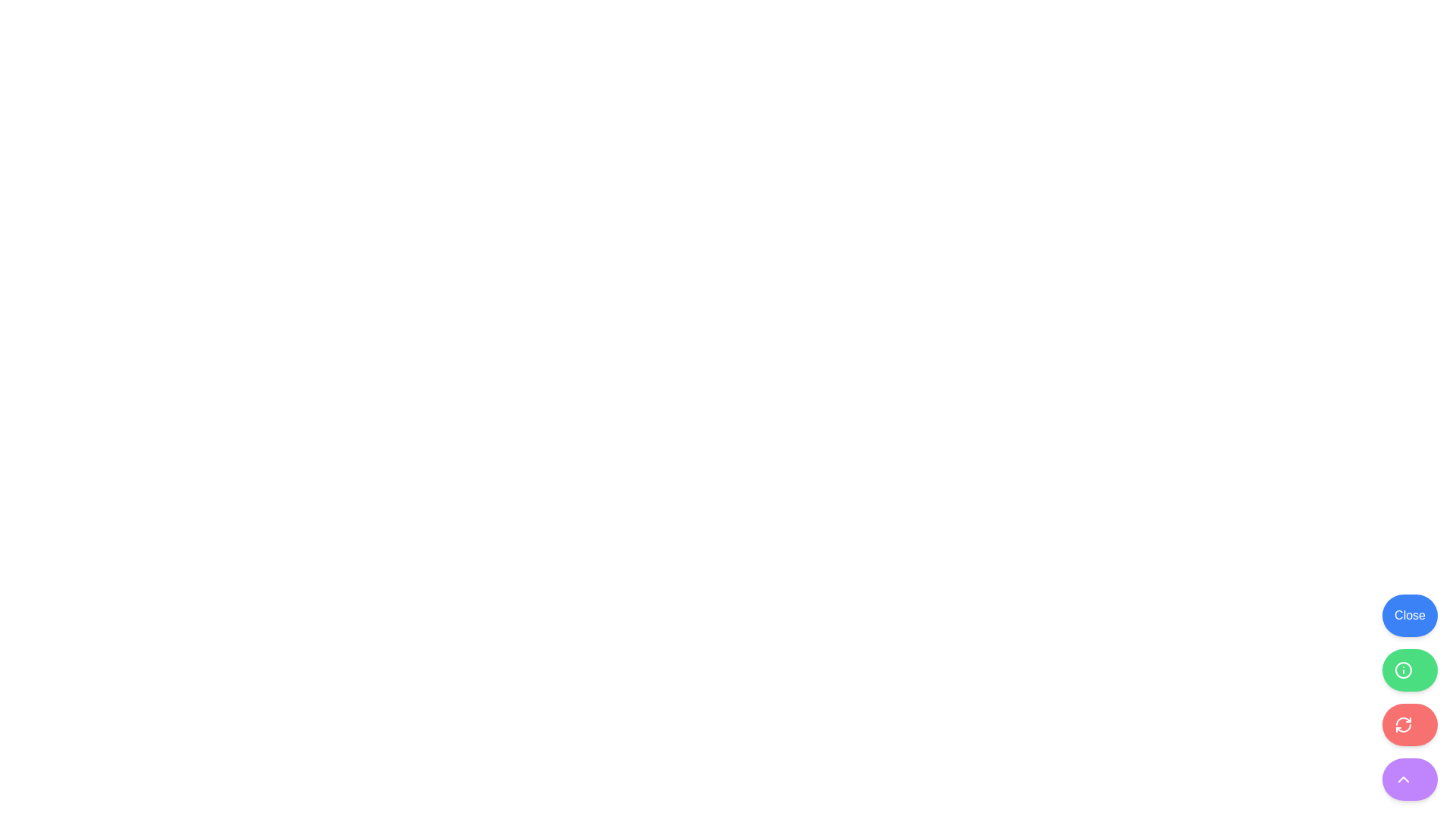 The image size is (1456, 819). I want to click on the informational icon button located below the blue 'Close' button and above the red rotate button, so click(1403, 669).